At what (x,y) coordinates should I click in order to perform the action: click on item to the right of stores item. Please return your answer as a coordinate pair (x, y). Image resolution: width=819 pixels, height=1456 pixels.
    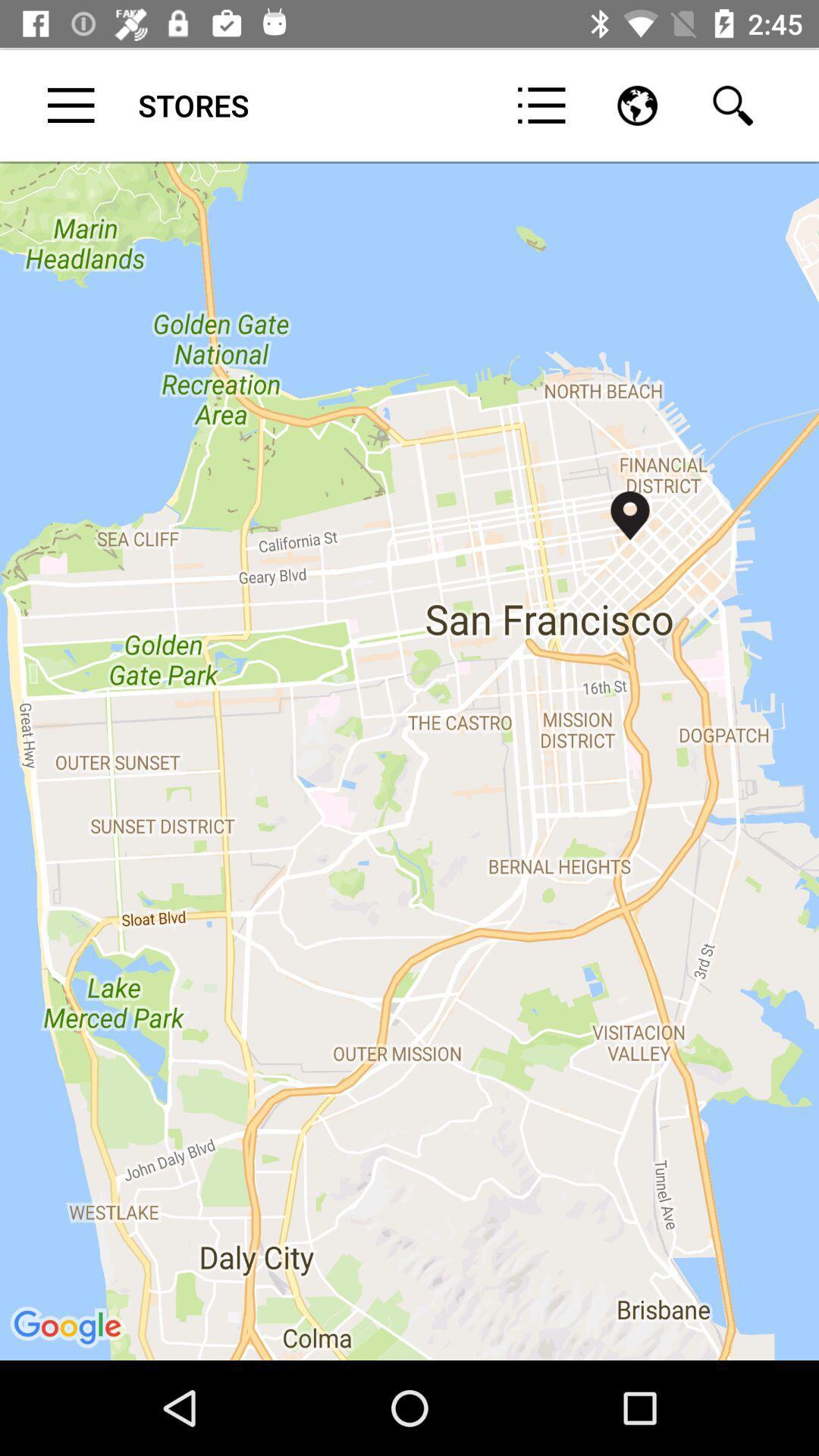
    Looking at the image, I should click on (541, 105).